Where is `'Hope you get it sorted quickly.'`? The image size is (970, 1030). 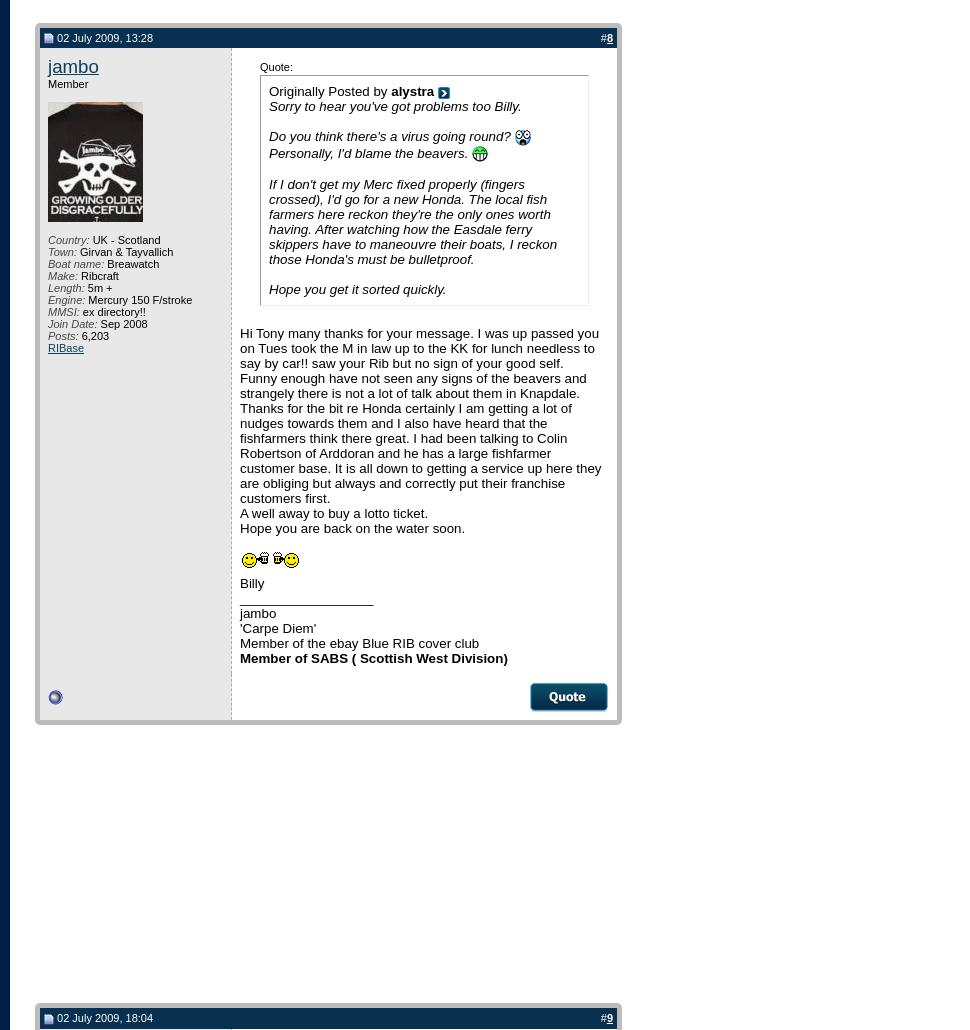
'Hope you get it sorted quickly.' is located at coordinates (356, 288).